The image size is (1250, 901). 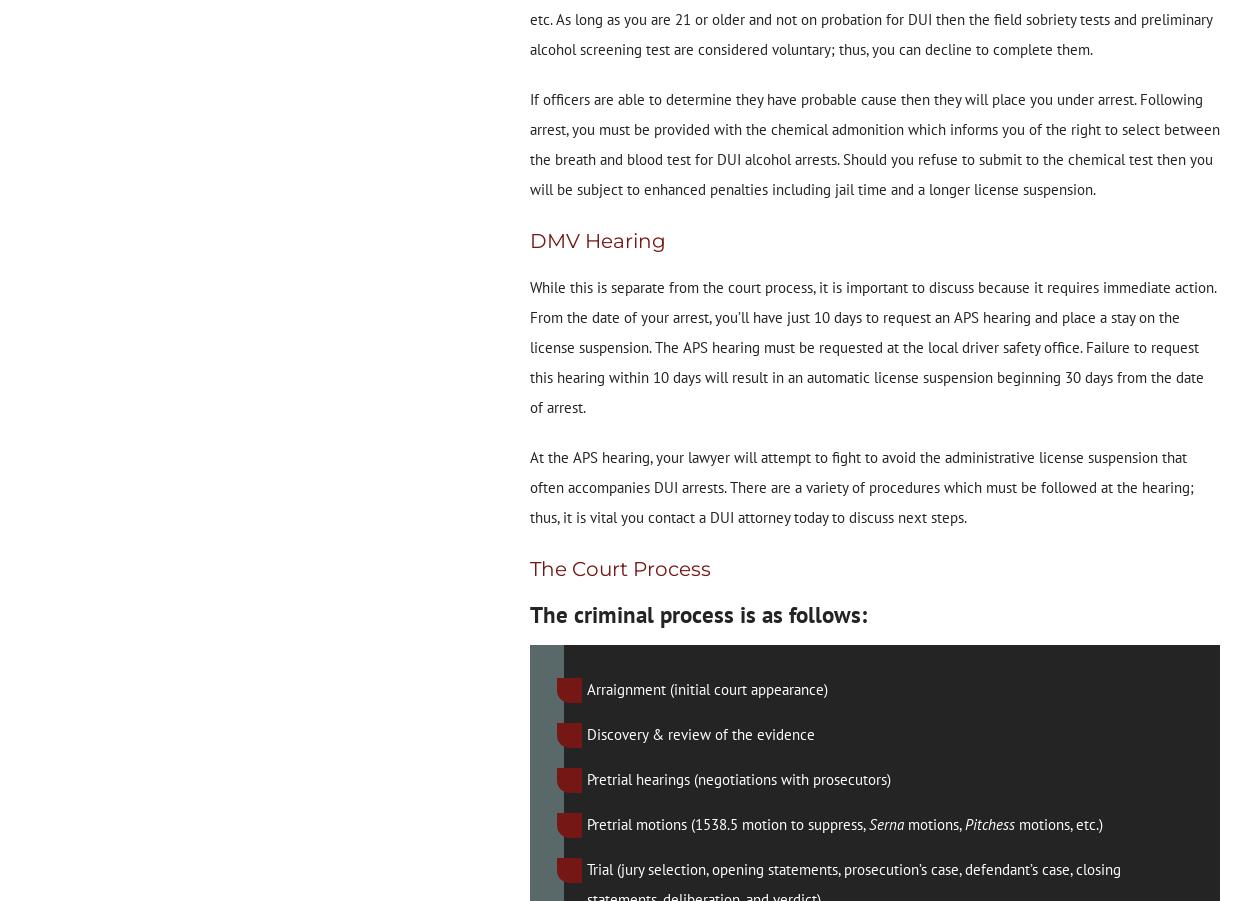 What do you see at coordinates (871, 346) in the screenshot?
I see `'While this is separate from the court process, it is important to discuss because it requires immediate action. From the date of your arrest, you’ll have just 10 days to request an APS hearing and place a stay on the license suspension. The APS hearing must be requested at the local driver safety office. Failure to request this hearing within 10 days will result in an automatic license suspension beginning 30 days from the date of arrest.'` at bounding box center [871, 346].